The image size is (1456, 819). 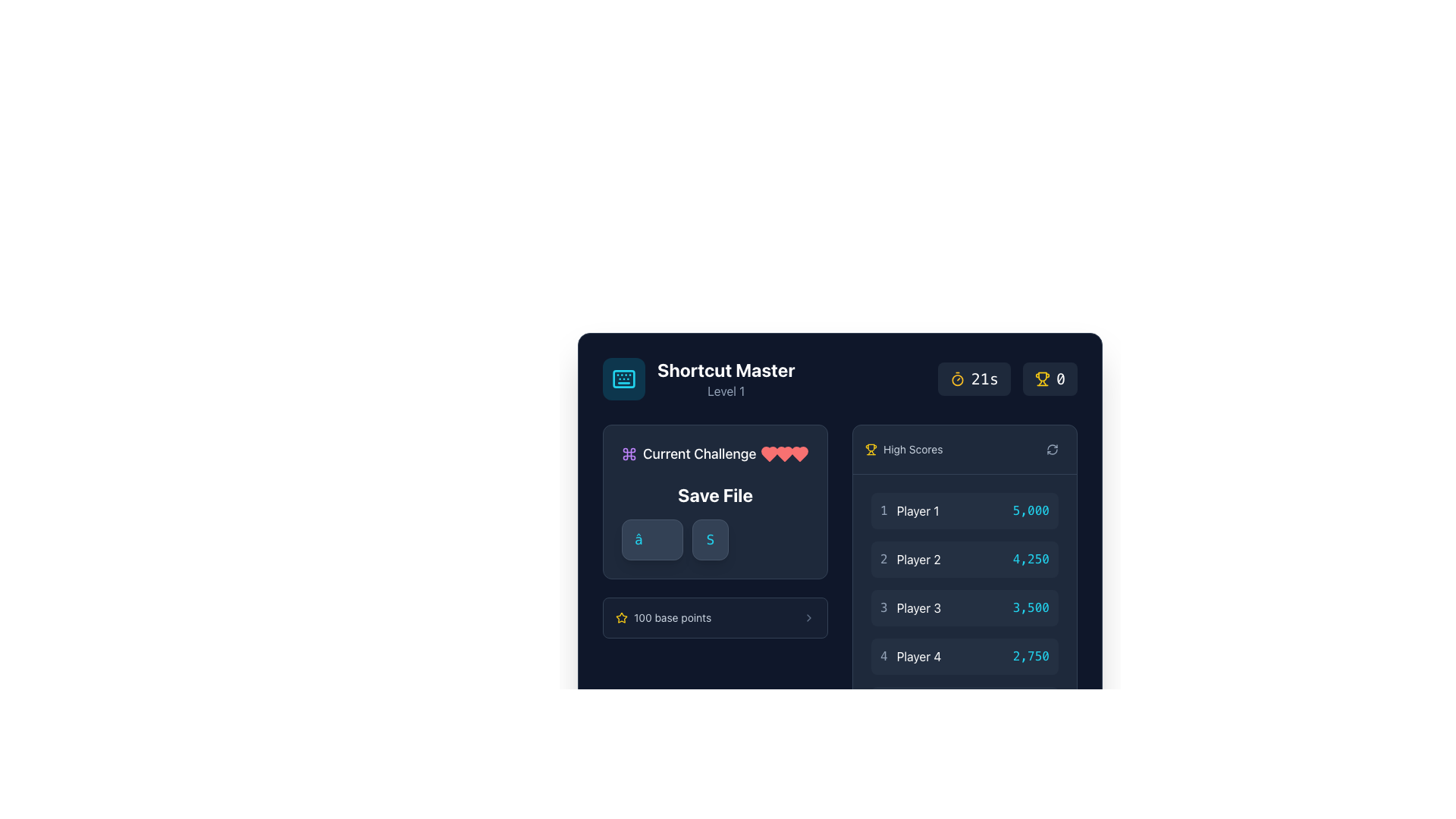 I want to click on the fourth entry in the 'High Scores' panel, which displays a user's name and their associated score, located between '3 Player 3 3,500' and '5 Player 5 2,000', so click(x=964, y=656).